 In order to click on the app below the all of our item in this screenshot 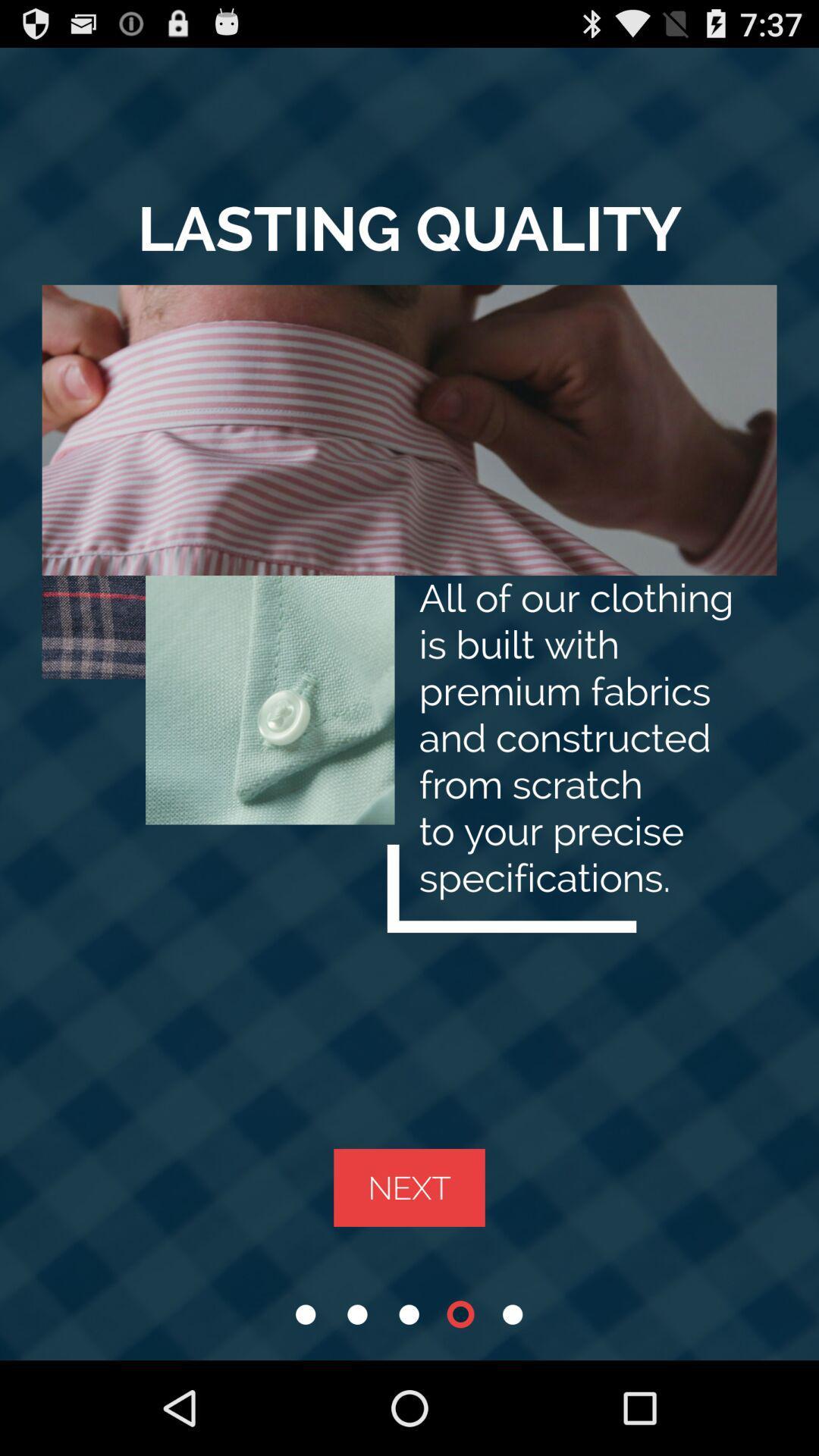, I will do `click(409, 1187)`.